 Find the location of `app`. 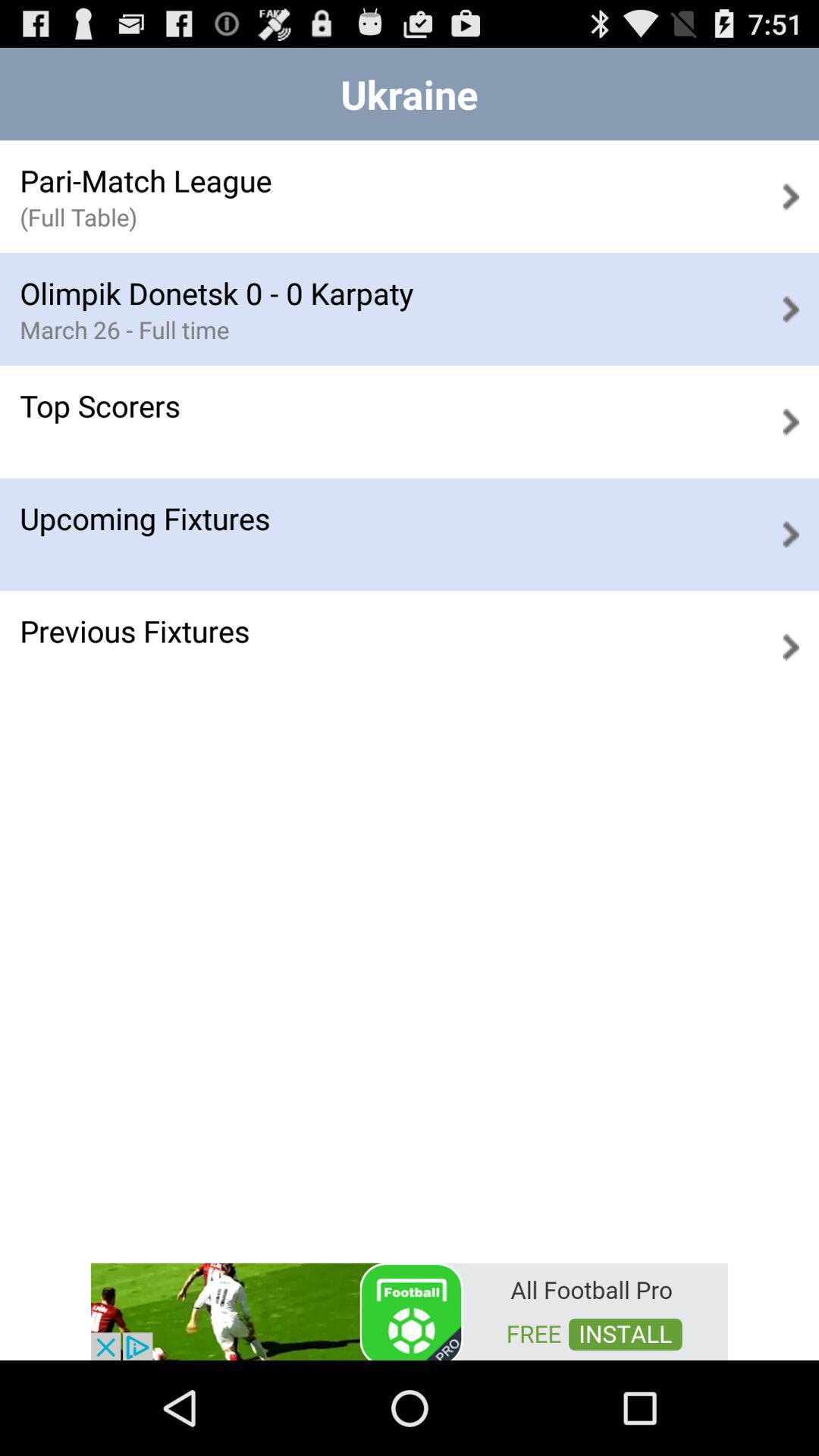

app is located at coordinates (409, 1310).